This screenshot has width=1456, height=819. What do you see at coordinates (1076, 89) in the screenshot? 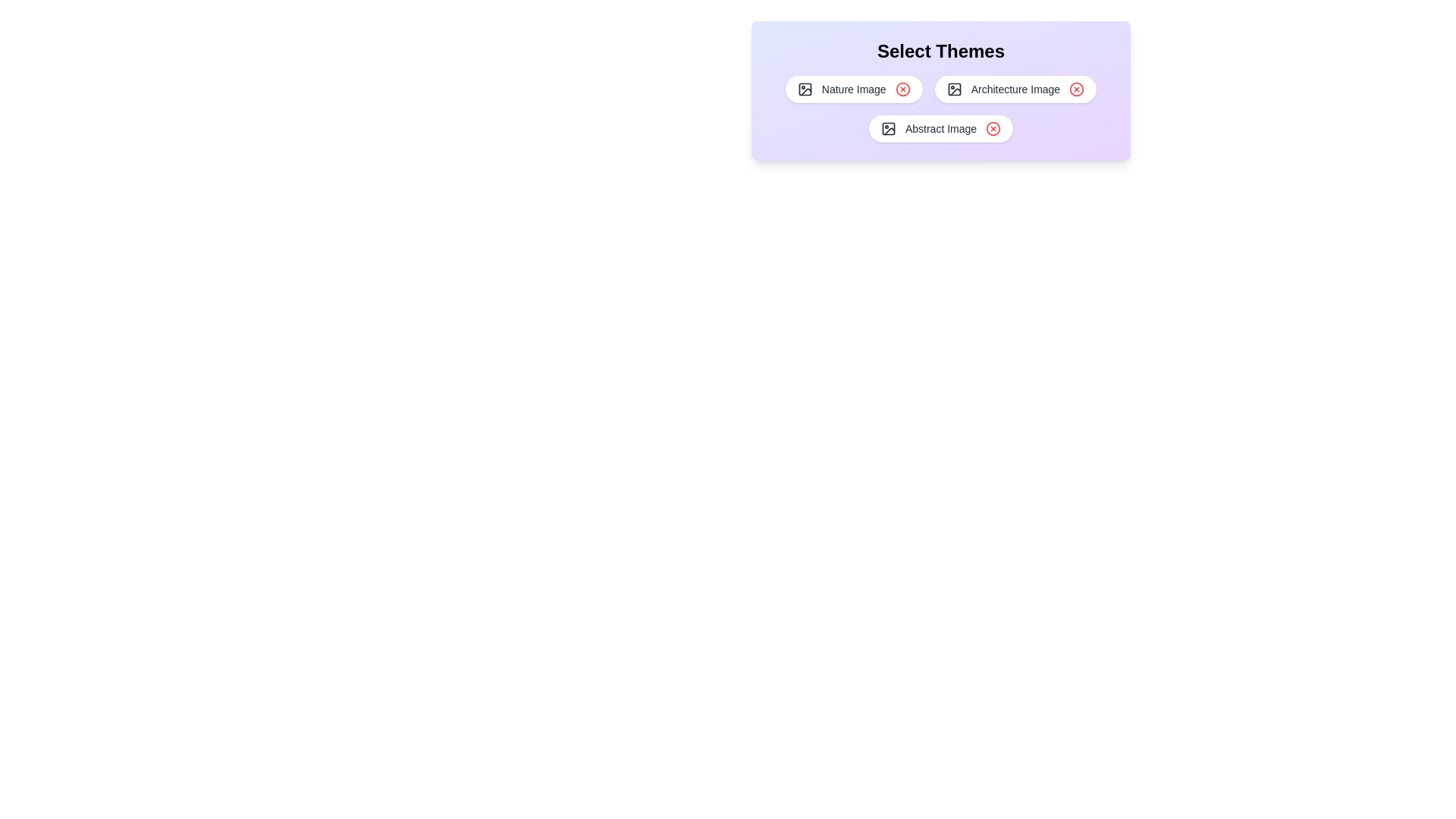
I see `the chip labeled Architecture Image by clicking its close button` at bounding box center [1076, 89].